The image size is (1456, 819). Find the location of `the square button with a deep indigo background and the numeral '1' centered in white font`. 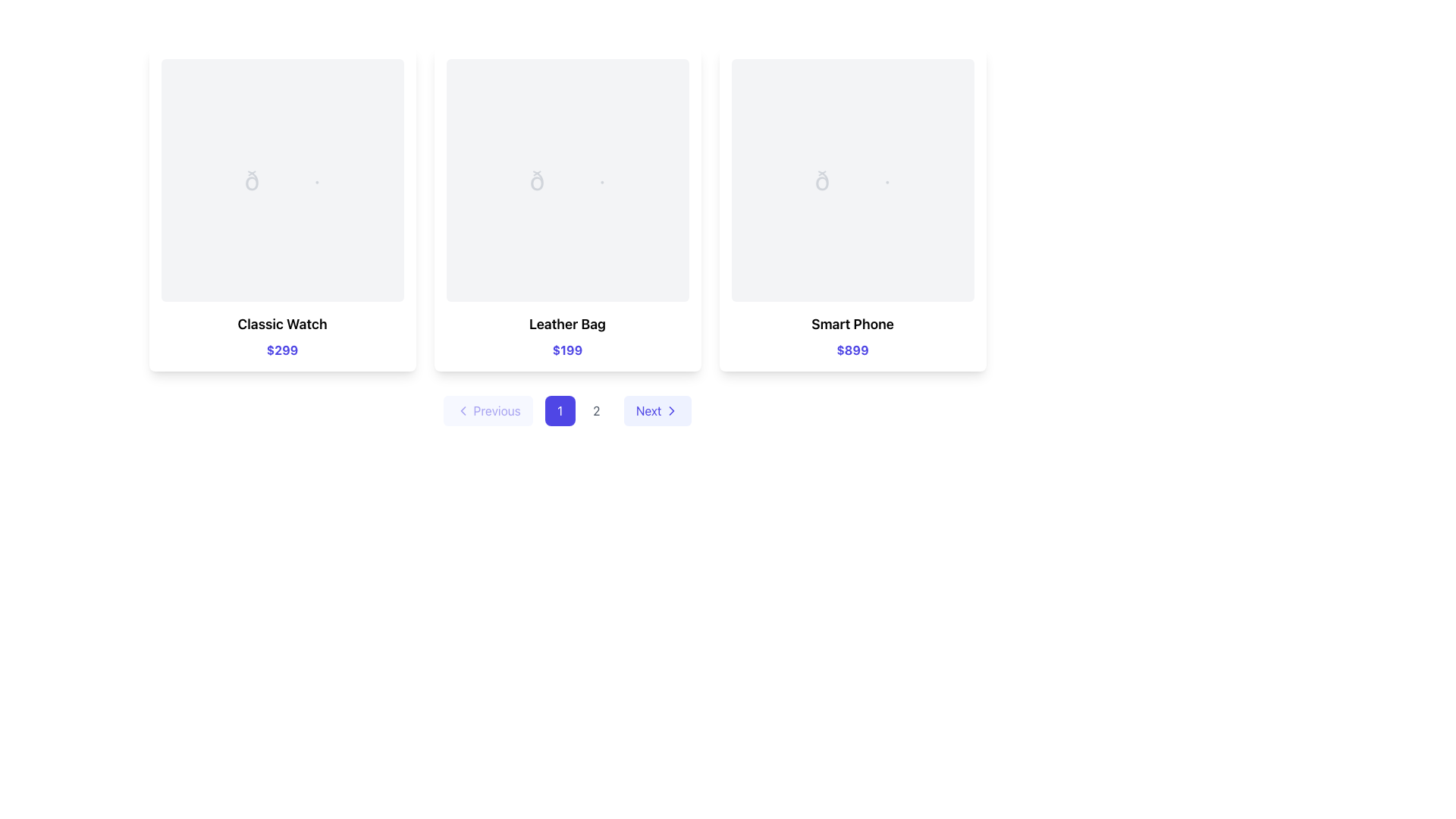

the square button with a deep indigo background and the numeral '1' centered in white font is located at coordinates (559, 411).